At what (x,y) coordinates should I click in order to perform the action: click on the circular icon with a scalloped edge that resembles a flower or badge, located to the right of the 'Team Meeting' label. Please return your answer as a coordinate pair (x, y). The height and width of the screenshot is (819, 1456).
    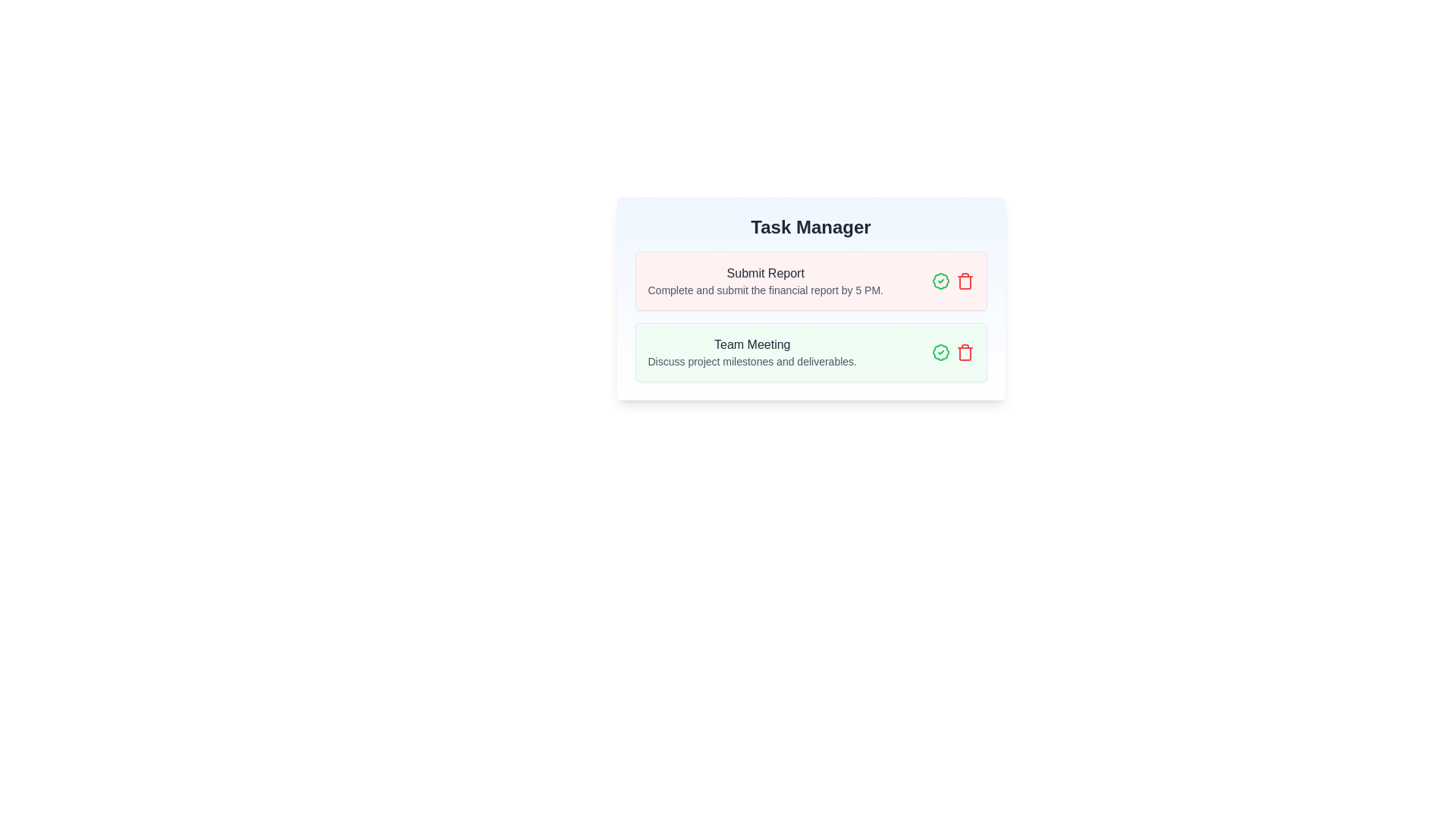
    Looking at the image, I should click on (940, 281).